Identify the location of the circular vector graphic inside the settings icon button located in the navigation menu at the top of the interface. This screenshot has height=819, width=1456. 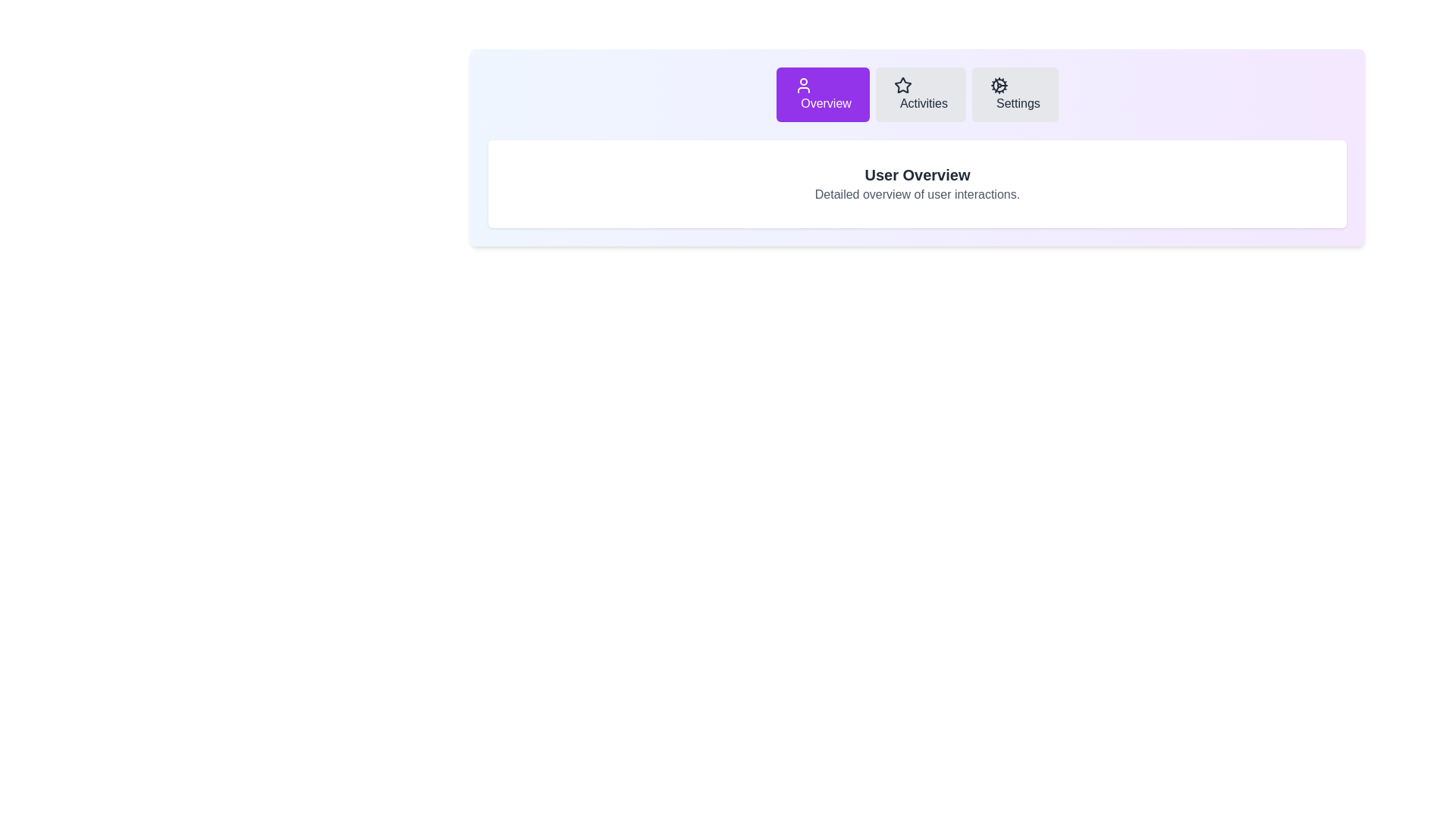
(999, 85).